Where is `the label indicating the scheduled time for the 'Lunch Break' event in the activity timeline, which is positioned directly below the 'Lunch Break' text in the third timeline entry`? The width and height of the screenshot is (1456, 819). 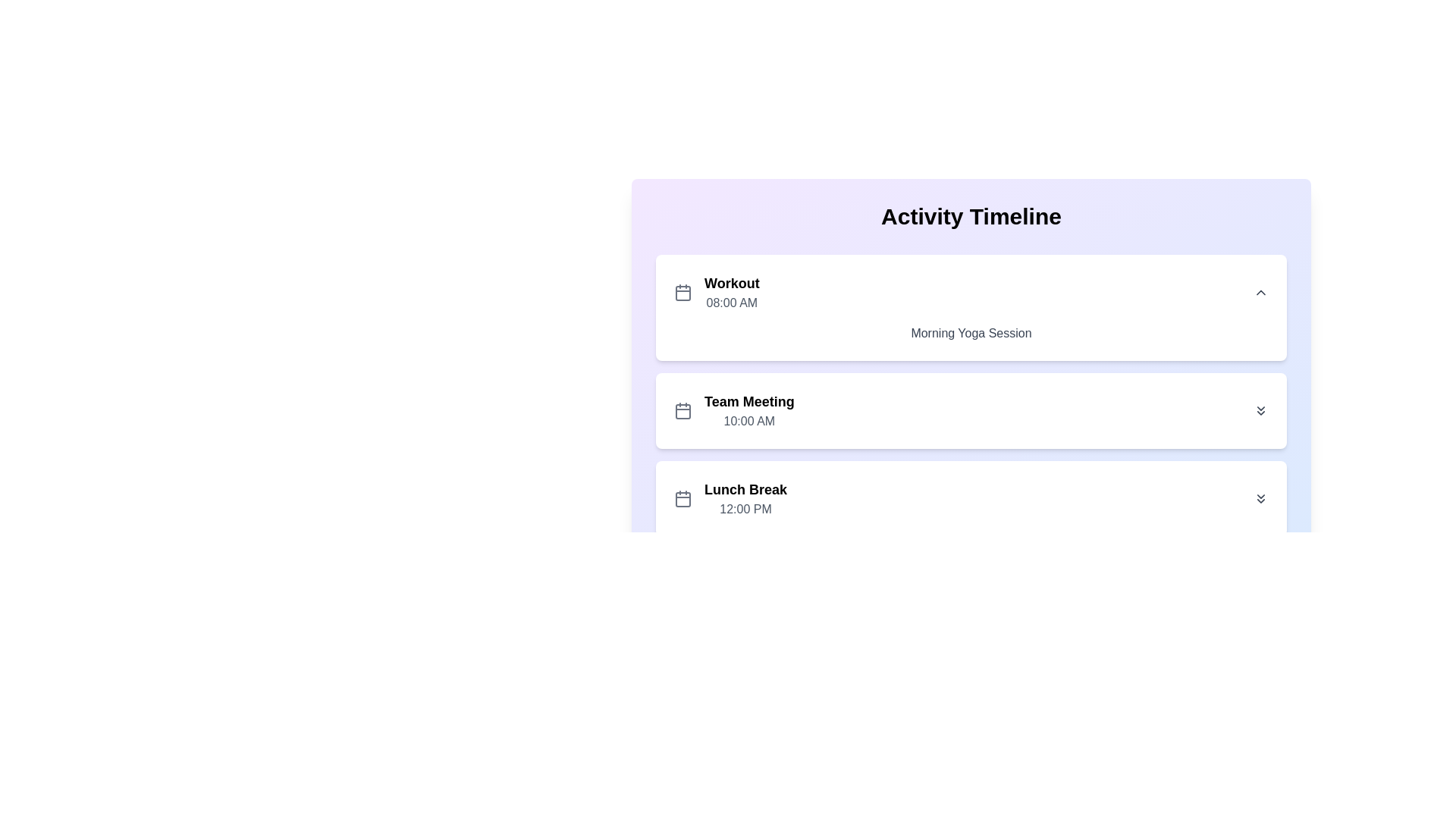
the label indicating the scheduled time for the 'Lunch Break' event in the activity timeline, which is positioned directly below the 'Lunch Break' text in the third timeline entry is located at coordinates (745, 509).